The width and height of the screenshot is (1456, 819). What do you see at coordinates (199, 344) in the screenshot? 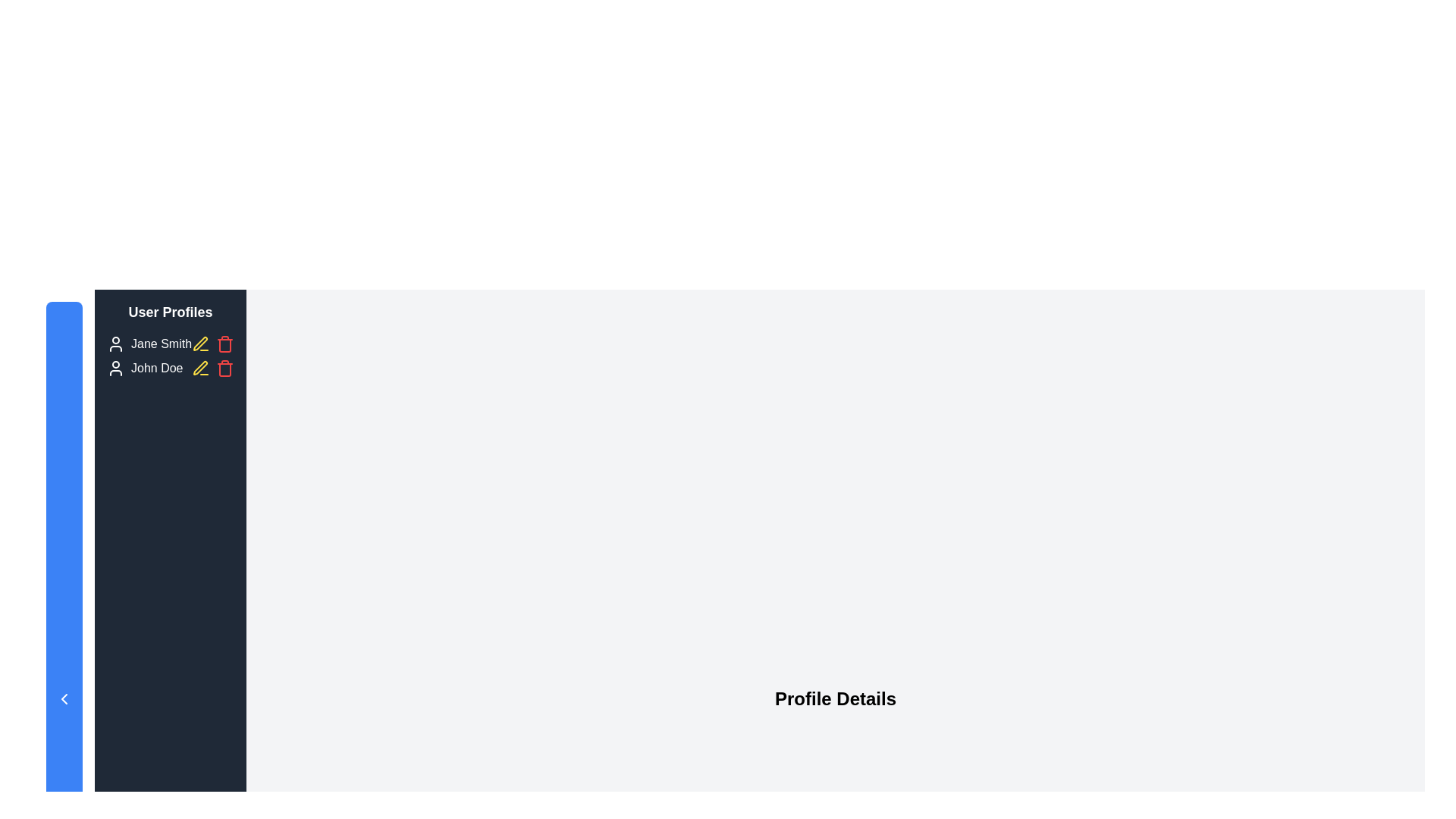
I see `the pencil-shaped icon with a yellow outline next to 'John Doe'` at bounding box center [199, 344].